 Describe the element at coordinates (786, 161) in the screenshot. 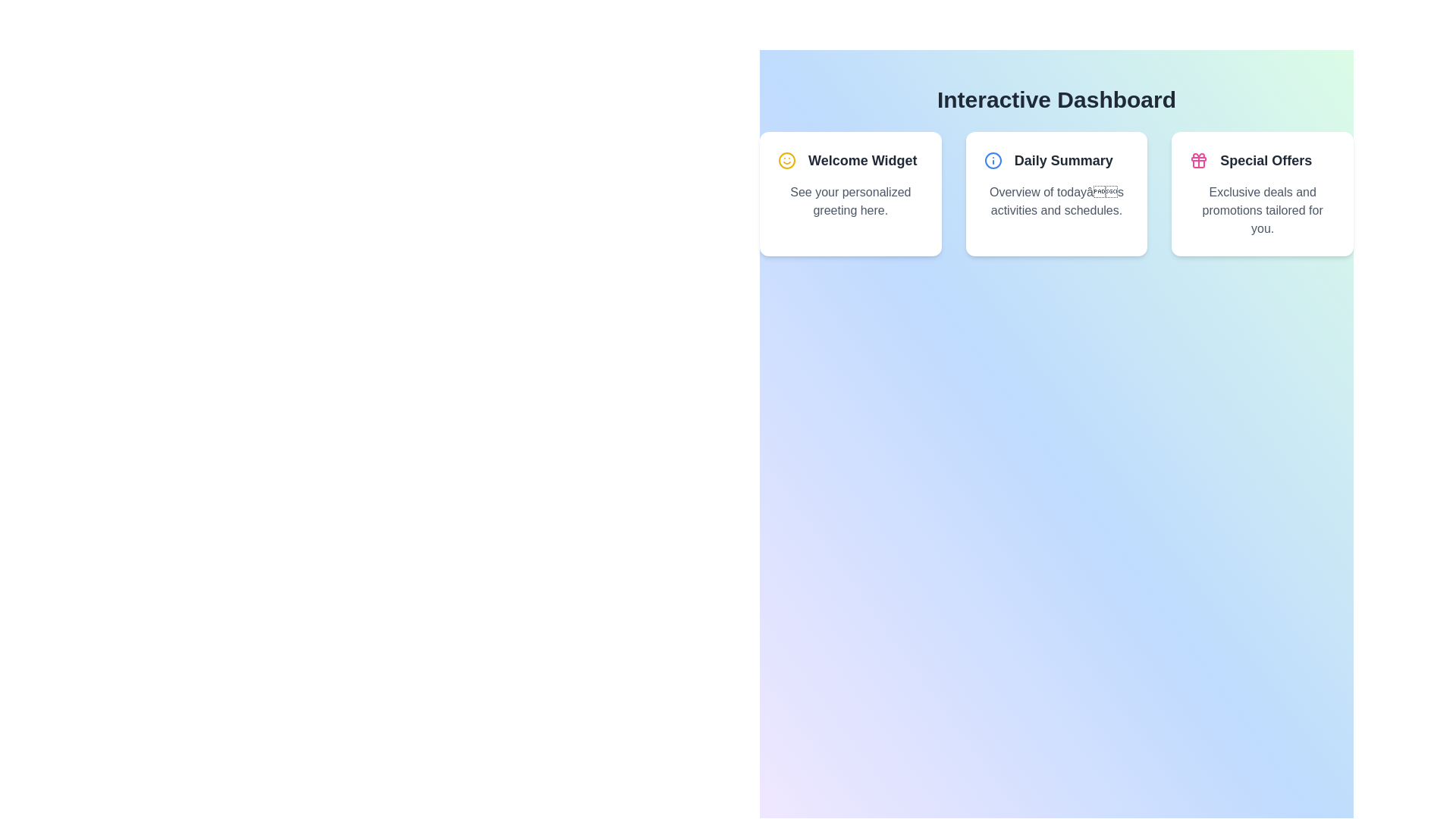

I see `the main circular outline of the smiley face icon located in the 'Welcome Widget' card on the dashboard` at that location.